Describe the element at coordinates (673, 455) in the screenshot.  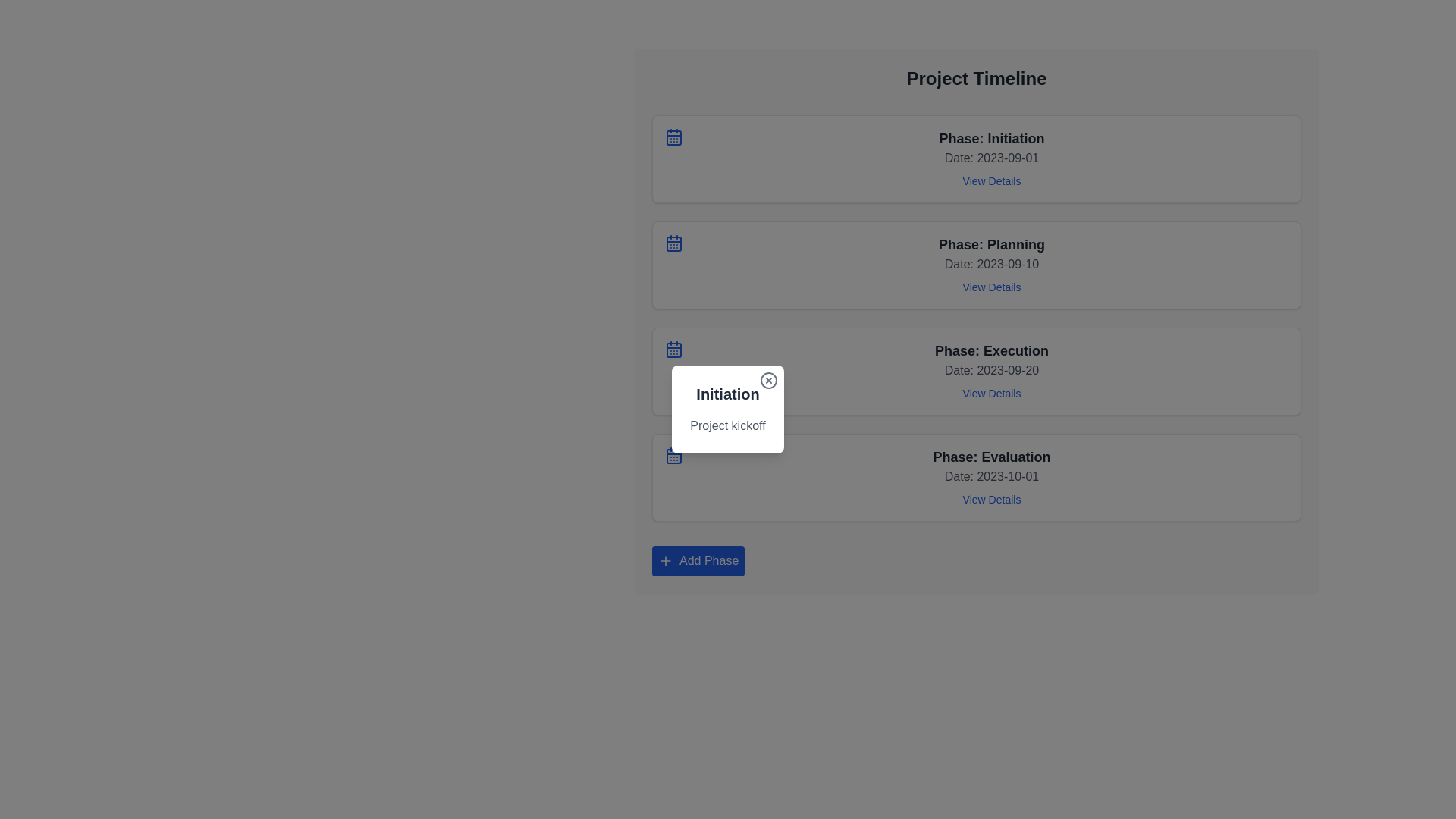
I see `the calendar icon located on the leftmost portion of the 'Phase: Evaluation' card, which is the fourth card in the vertical list of phase cards` at that location.